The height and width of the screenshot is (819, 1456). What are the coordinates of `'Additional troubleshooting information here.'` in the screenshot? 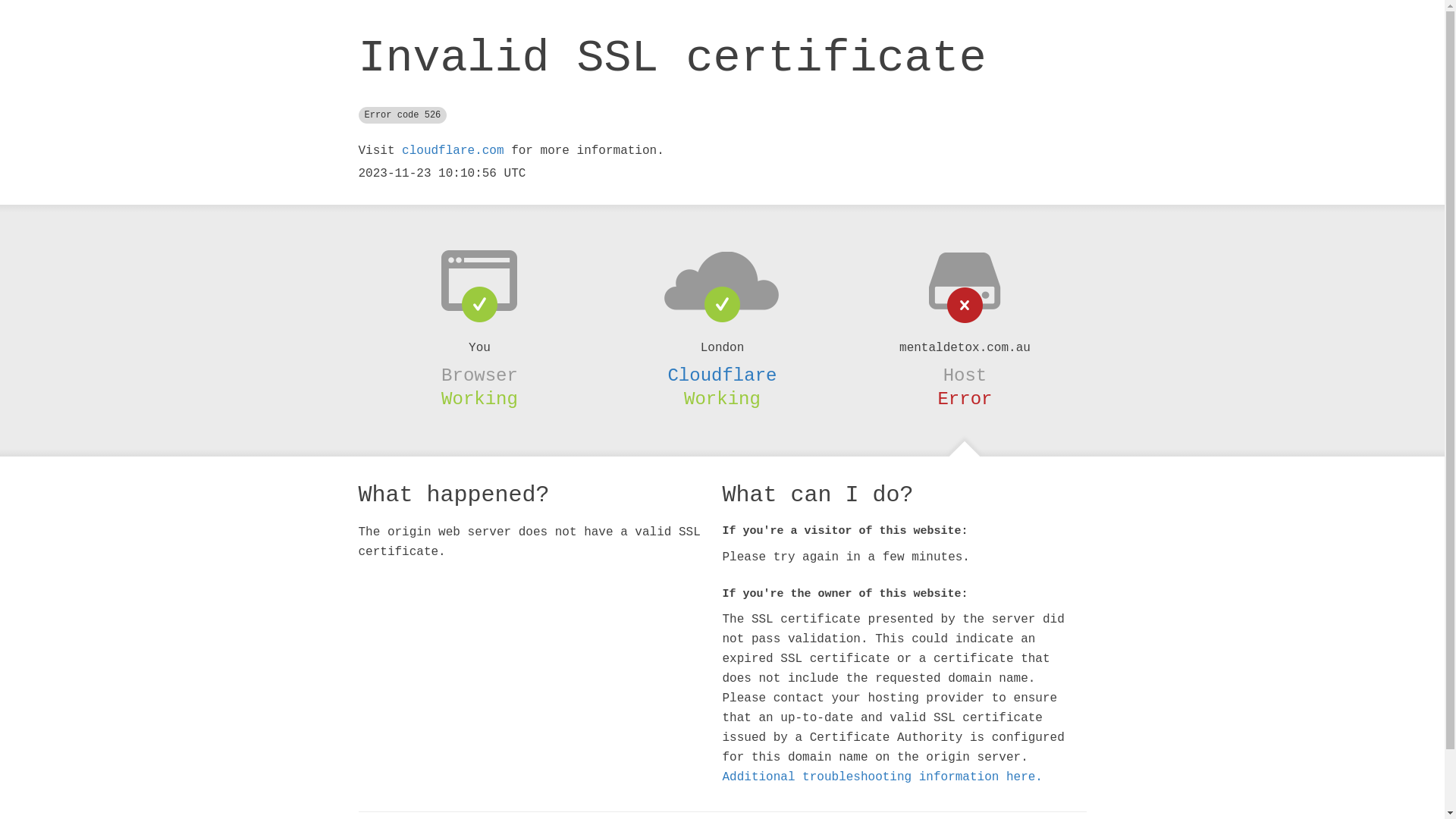 It's located at (881, 777).